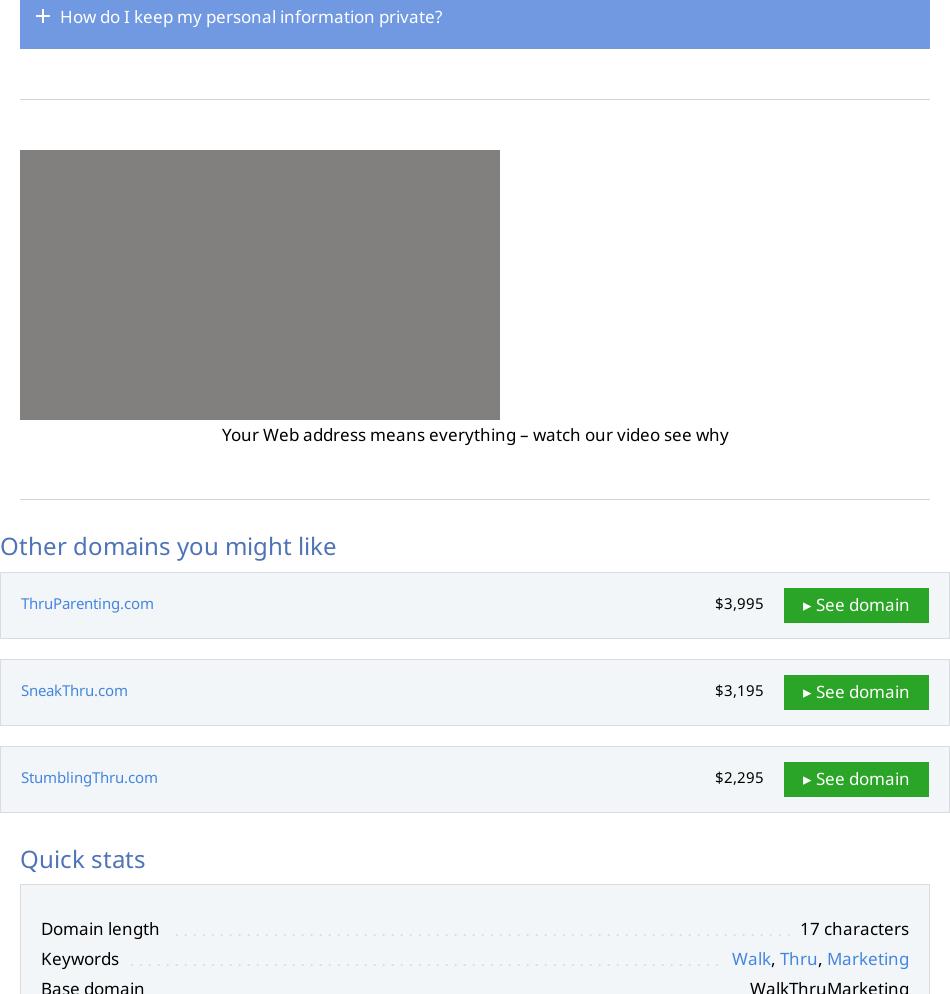 This screenshot has width=950, height=994. Describe the element at coordinates (168, 544) in the screenshot. I see `'Other domains you might like'` at that location.